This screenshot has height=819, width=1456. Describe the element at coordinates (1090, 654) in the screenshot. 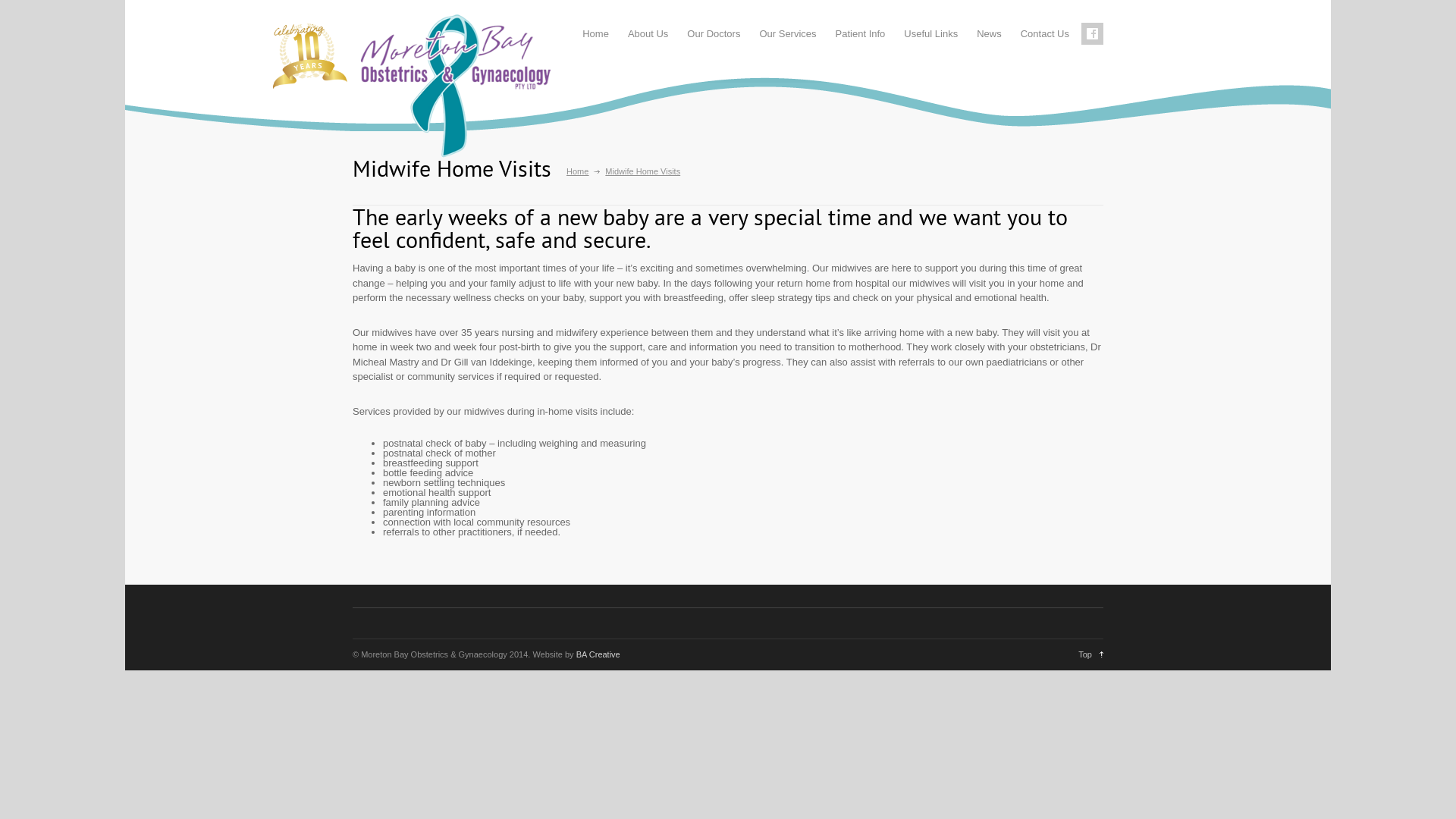

I see `'Top'` at that location.